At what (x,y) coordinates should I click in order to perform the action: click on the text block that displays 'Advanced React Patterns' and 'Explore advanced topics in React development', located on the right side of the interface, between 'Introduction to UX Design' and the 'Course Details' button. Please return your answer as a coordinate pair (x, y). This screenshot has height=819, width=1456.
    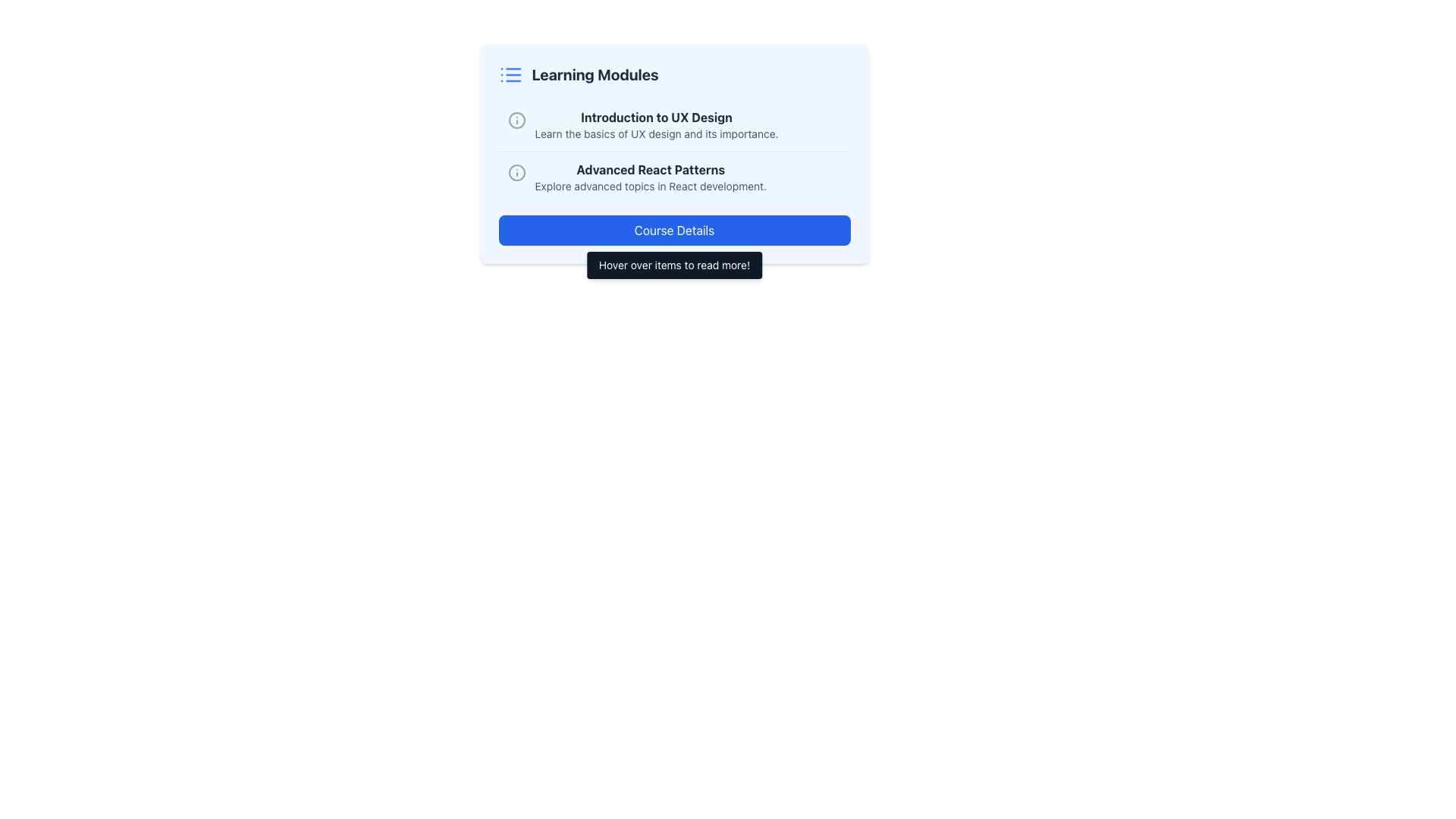
    Looking at the image, I should click on (651, 177).